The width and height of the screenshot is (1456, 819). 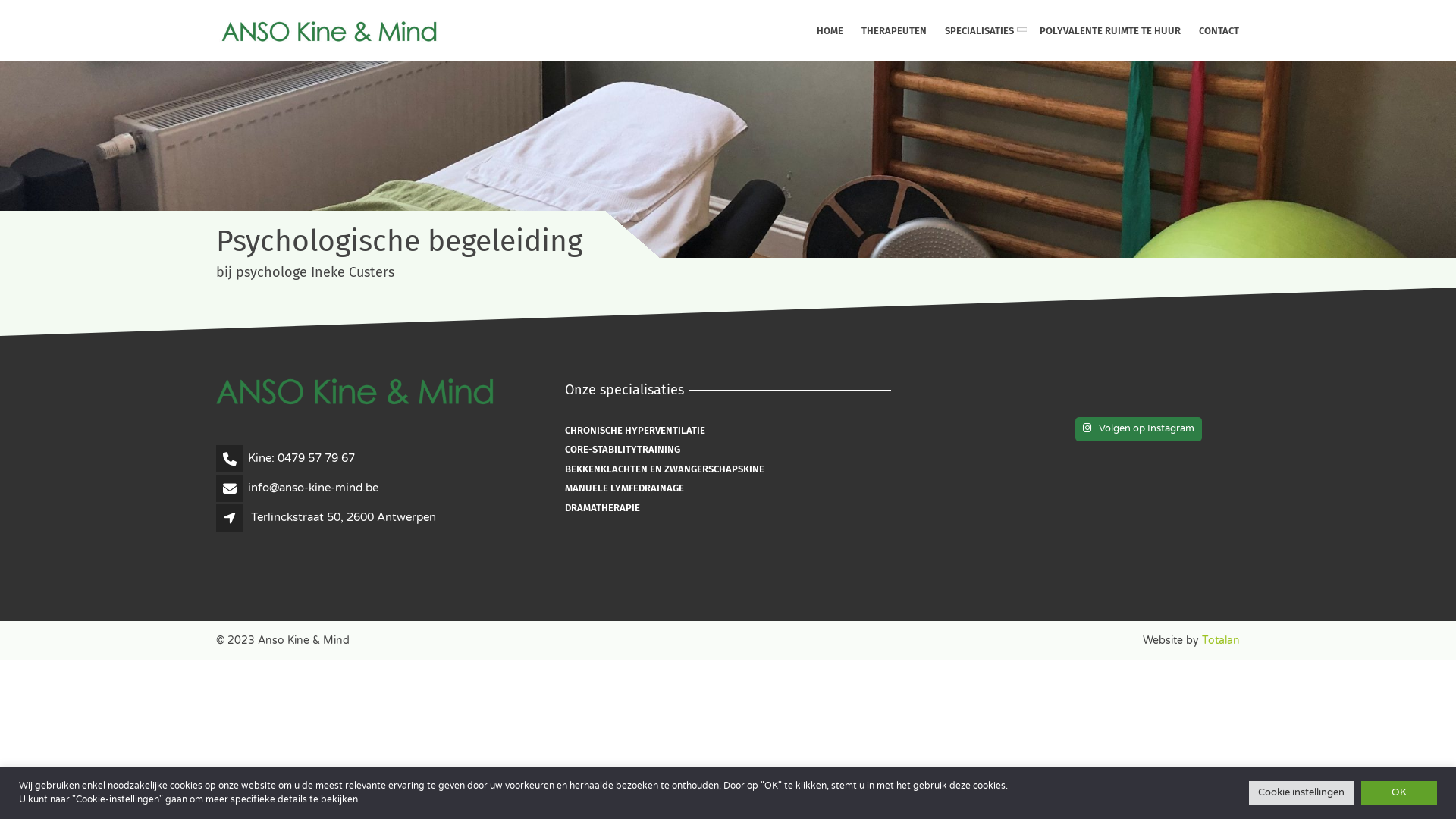 I want to click on 'Cookie instellingen', so click(x=1301, y=792).